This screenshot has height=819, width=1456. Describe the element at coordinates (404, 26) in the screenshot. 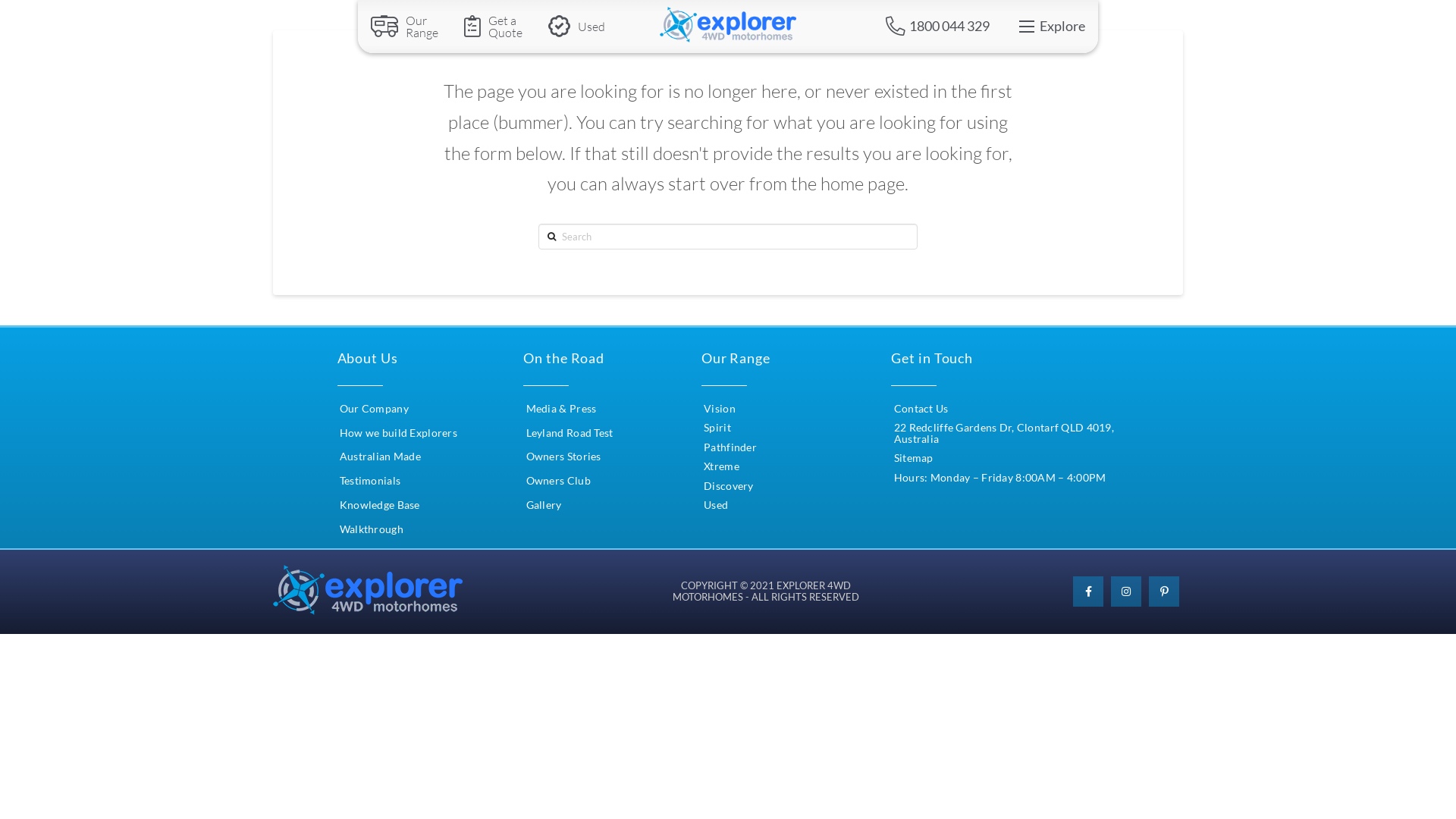

I see `'Our` at that location.